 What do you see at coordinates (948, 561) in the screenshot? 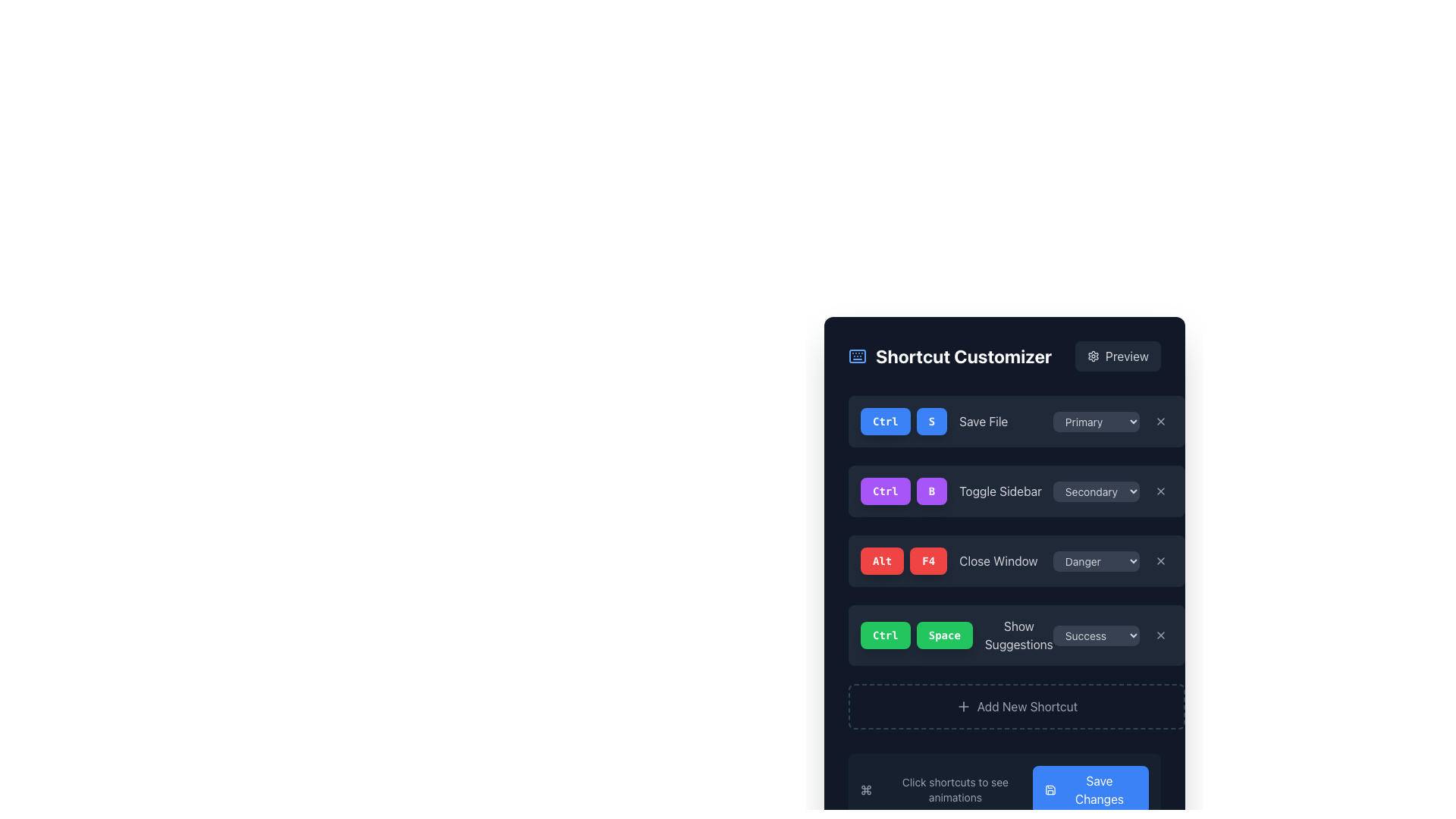
I see `associated action description for the keyboard shortcut display of 'Alt' + 'F4' located as the third item in the list of shortcut customizations` at bounding box center [948, 561].